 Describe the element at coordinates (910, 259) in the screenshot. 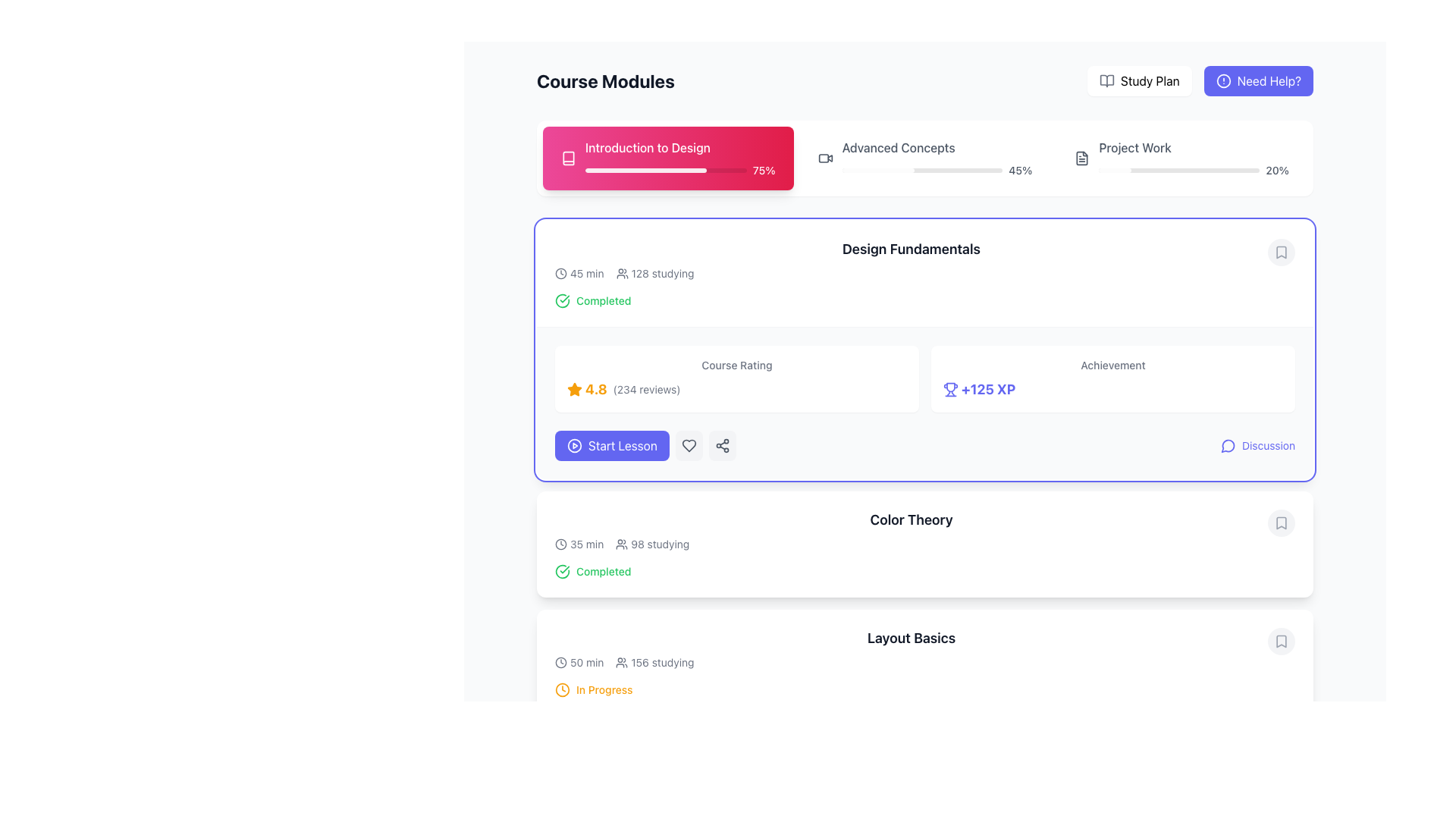

I see `the header element for the course module, which provides the course's name and pertinent information` at that location.